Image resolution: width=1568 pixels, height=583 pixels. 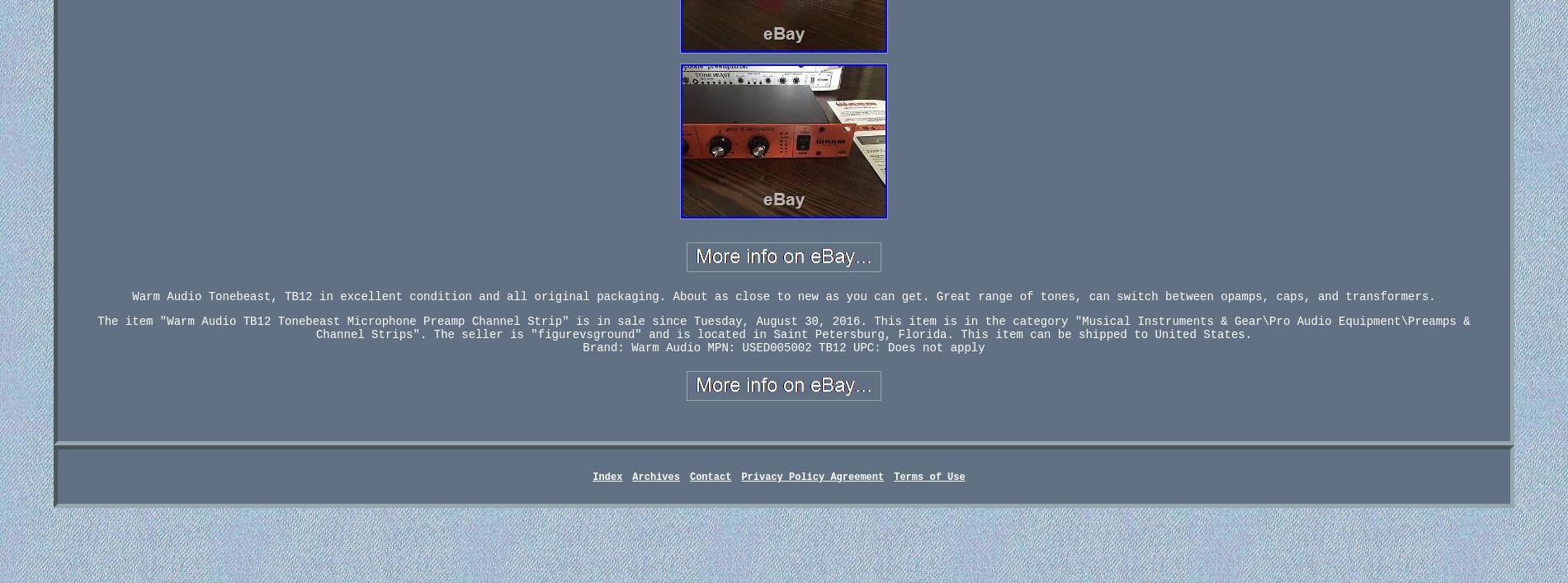 What do you see at coordinates (919, 347) in the screenshot?
I see `'UPC: Does not apply'` at bounding box center [919, 347].